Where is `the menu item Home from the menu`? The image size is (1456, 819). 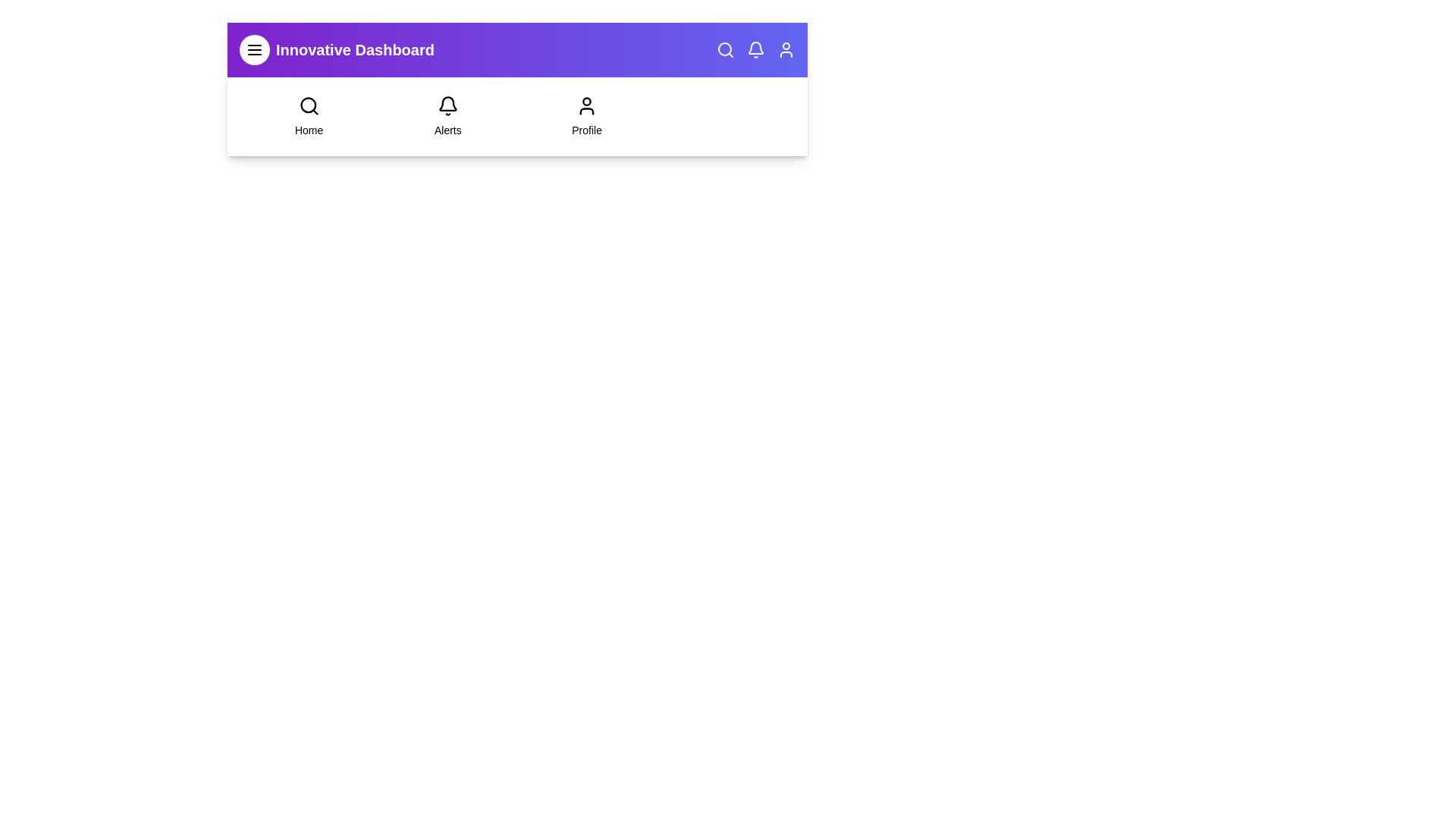 the menu item Home from the menu is located at coordinates (308, 116).